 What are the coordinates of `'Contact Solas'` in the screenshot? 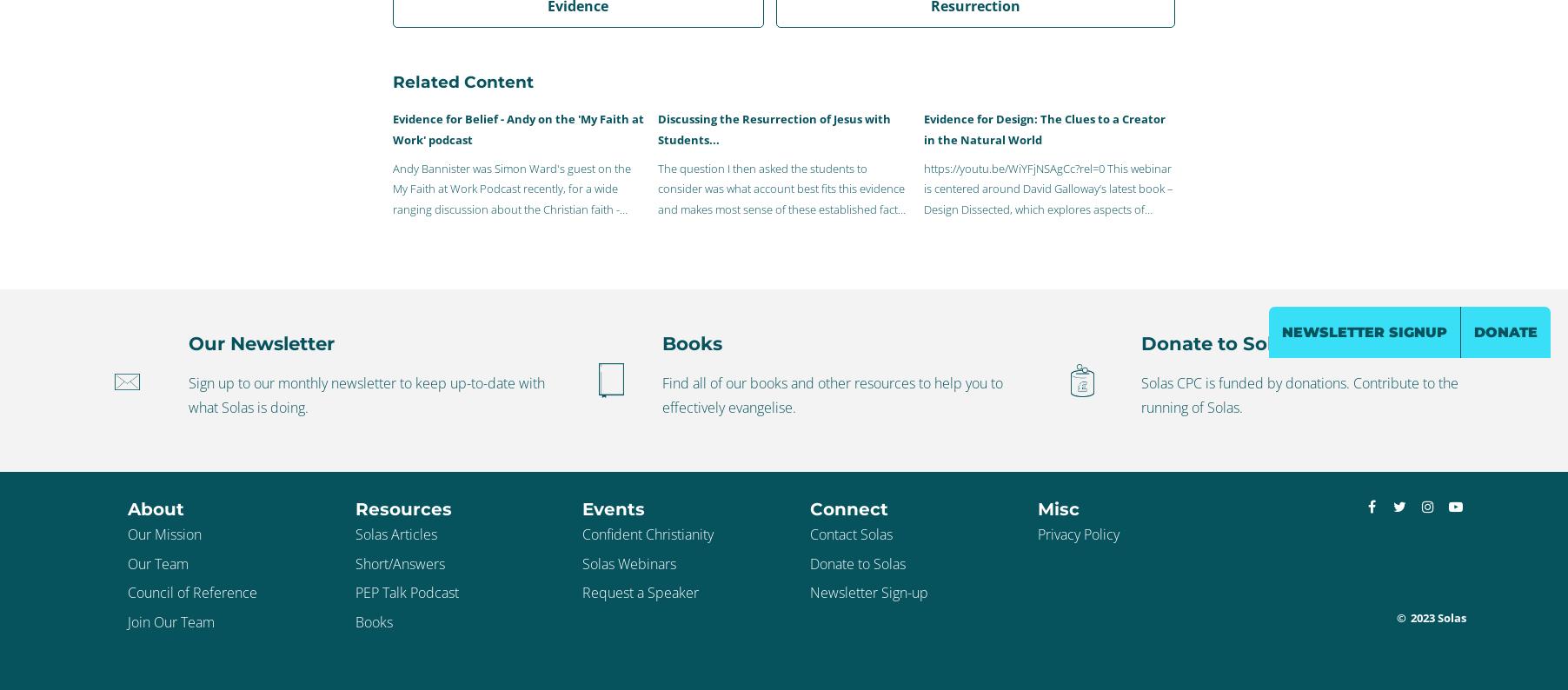 It's located at (850, 534).